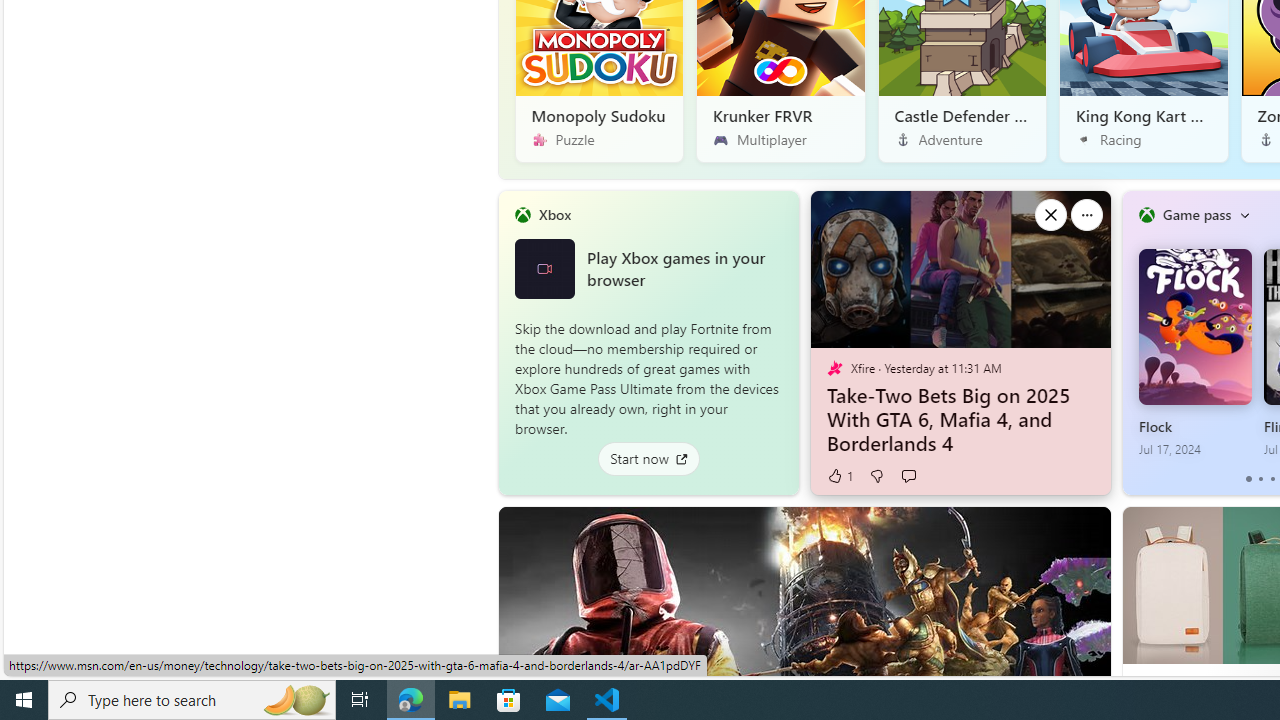 The height and width of the screenshot is (720, 1280). I want to click on 'Flock Jul 17, 2024', so click(1194, 352).